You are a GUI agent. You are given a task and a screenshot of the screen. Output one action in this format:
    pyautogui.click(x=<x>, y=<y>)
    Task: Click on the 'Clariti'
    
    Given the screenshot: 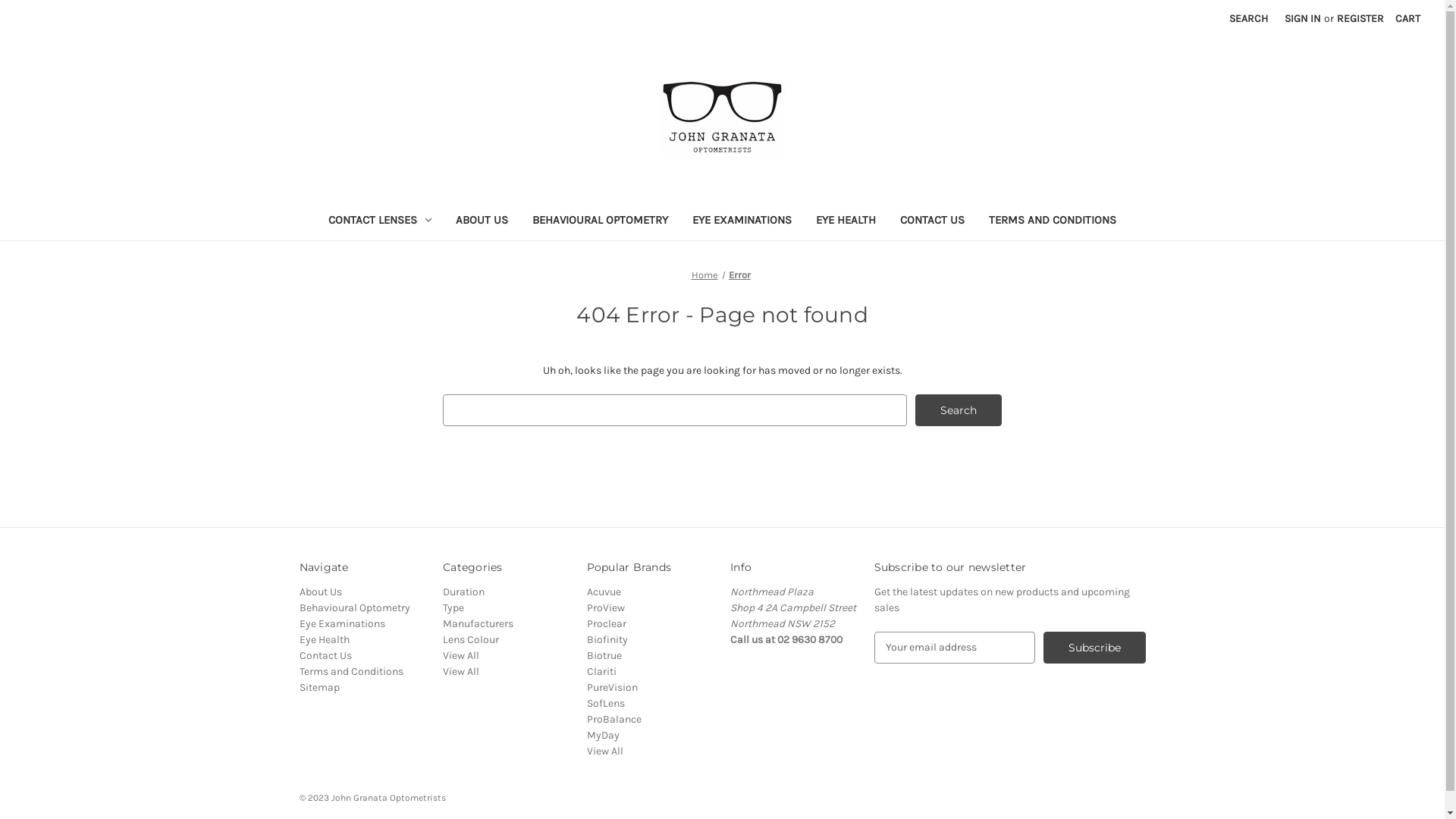 What is the action you would take?
    pyautogui.click(x=601, y=670)
    